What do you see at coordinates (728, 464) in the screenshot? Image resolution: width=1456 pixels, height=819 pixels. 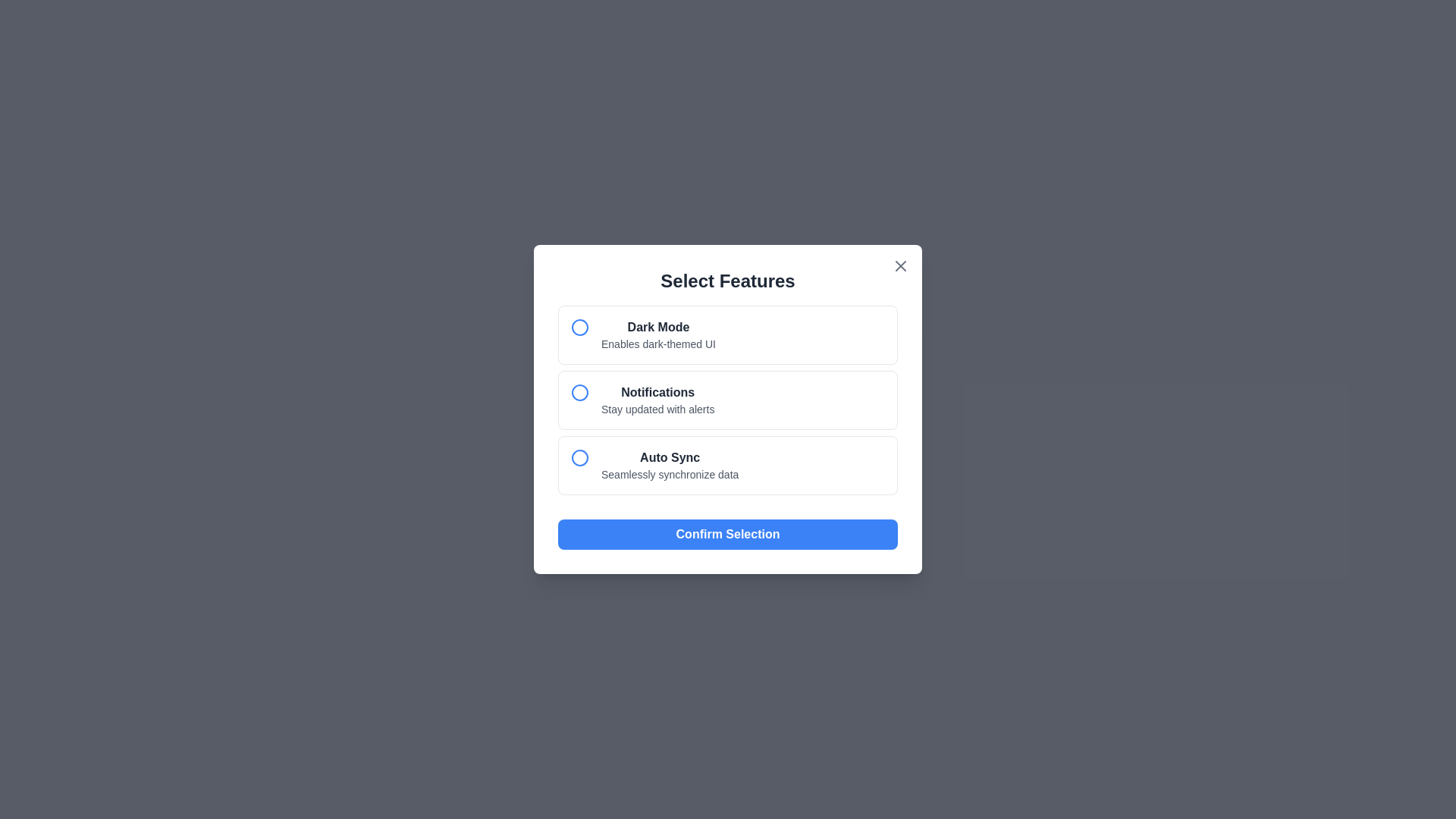 I see `the option corresponding to Auto Sync to select it` at bounding box center [728, 464].